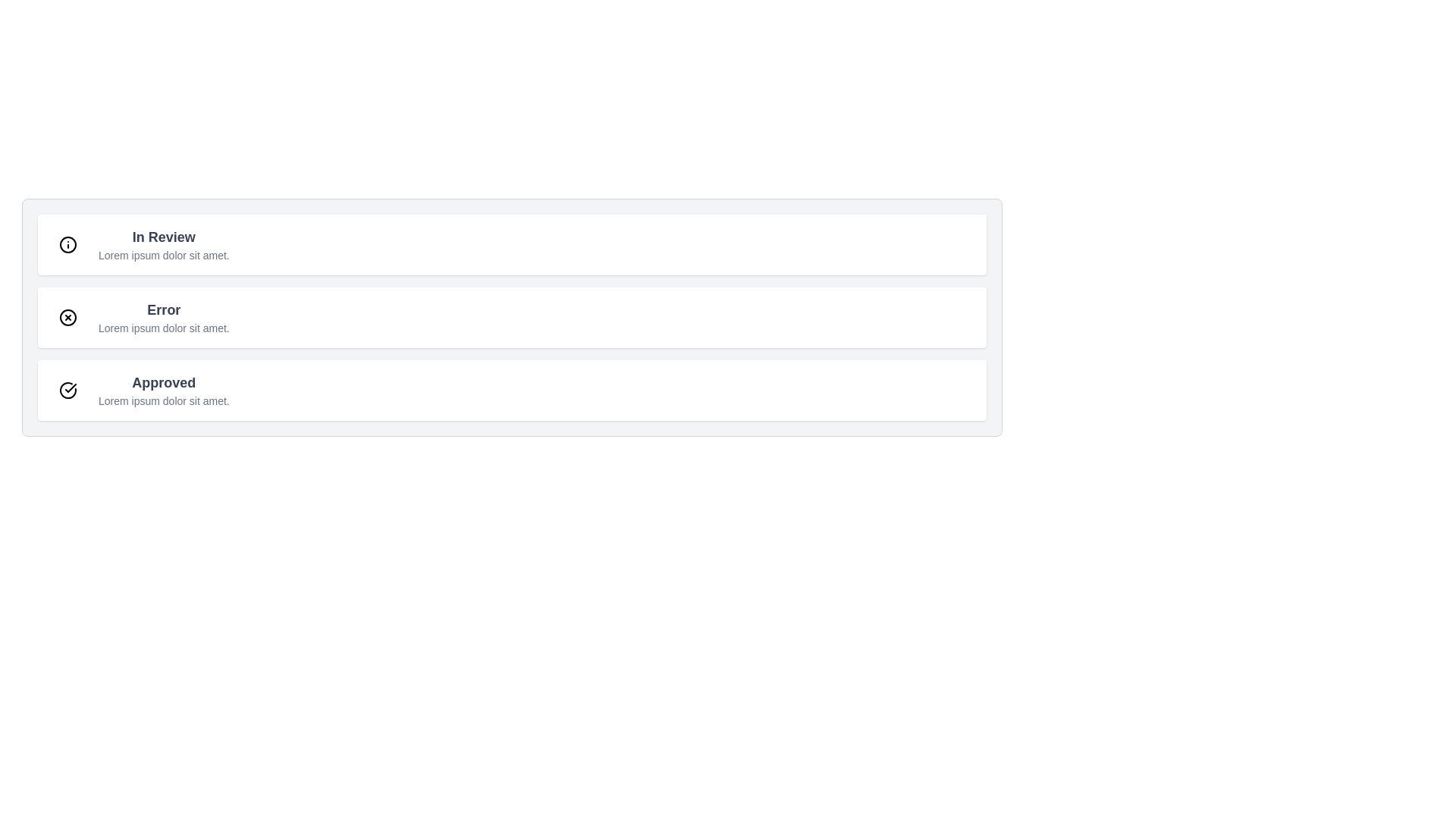 This screenshot has width=1456, height=819. What do you see at coordinates (164, 390) in the screenshot?
I see `static text block indicating the approval status, which displays the label 'Approved' and its description below it` at bounding box center [164, 390].